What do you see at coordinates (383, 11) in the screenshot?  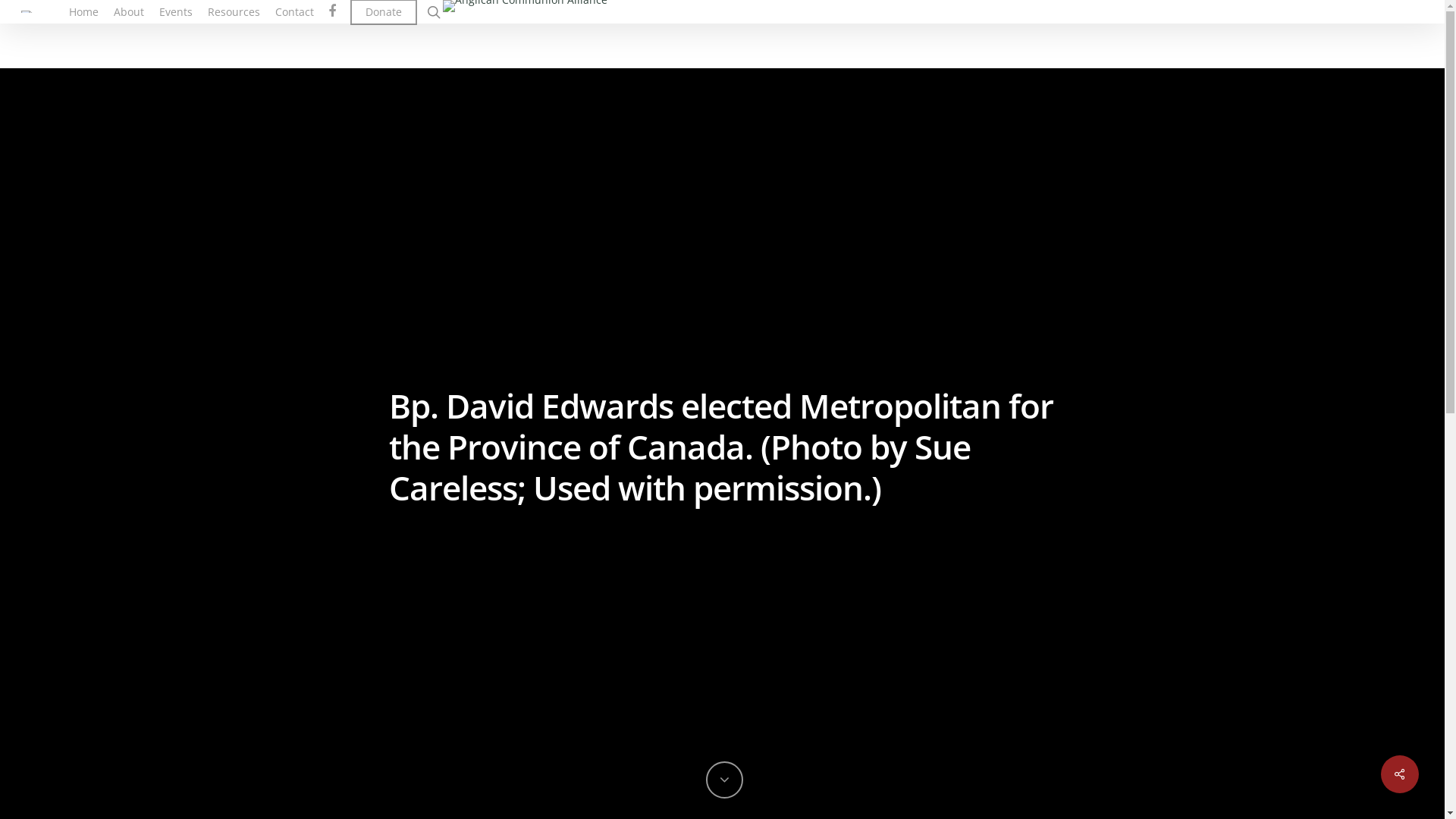 I see `'Donate'` at bounding box center [383, 11].